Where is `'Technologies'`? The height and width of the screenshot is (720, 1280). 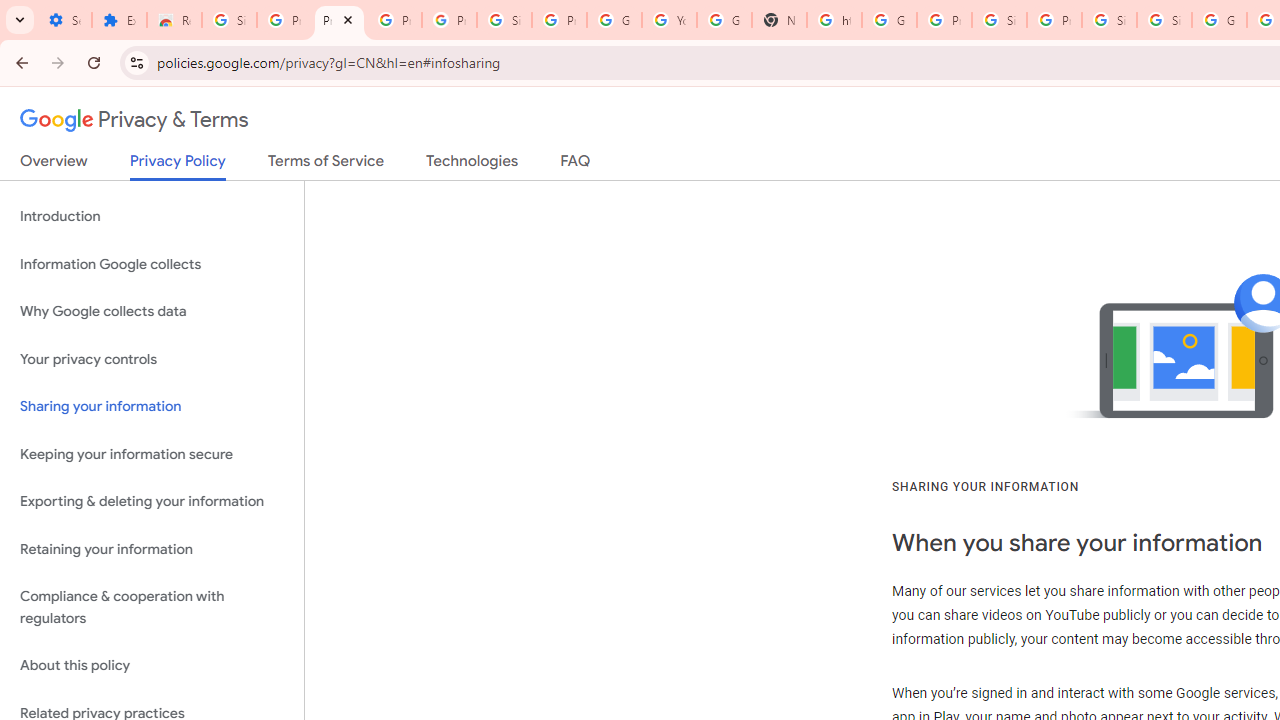
'Technologies' is located at coordinates (471, 164).